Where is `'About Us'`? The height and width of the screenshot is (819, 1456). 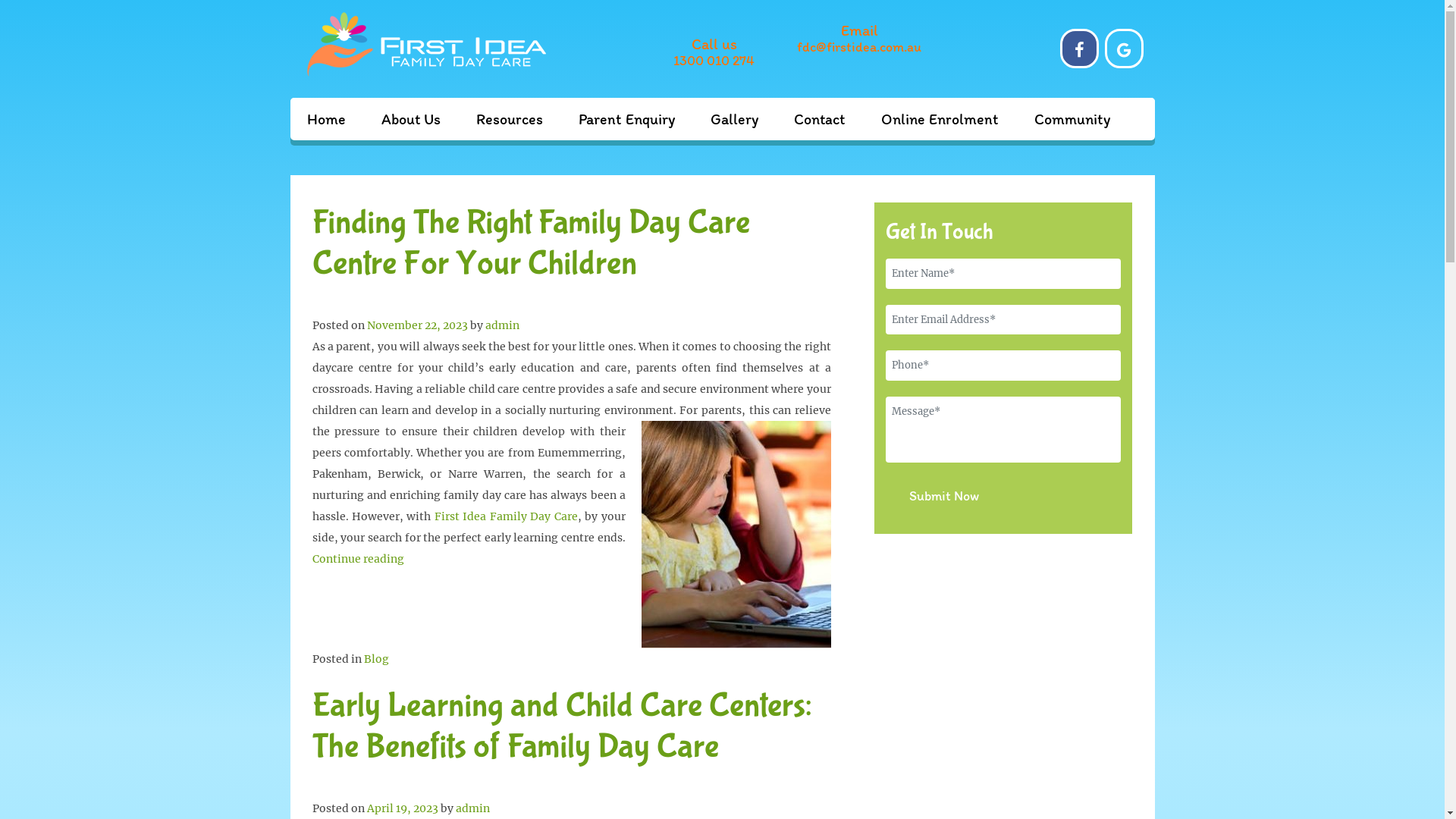
'About Us' is located at coordinates (364, 118).